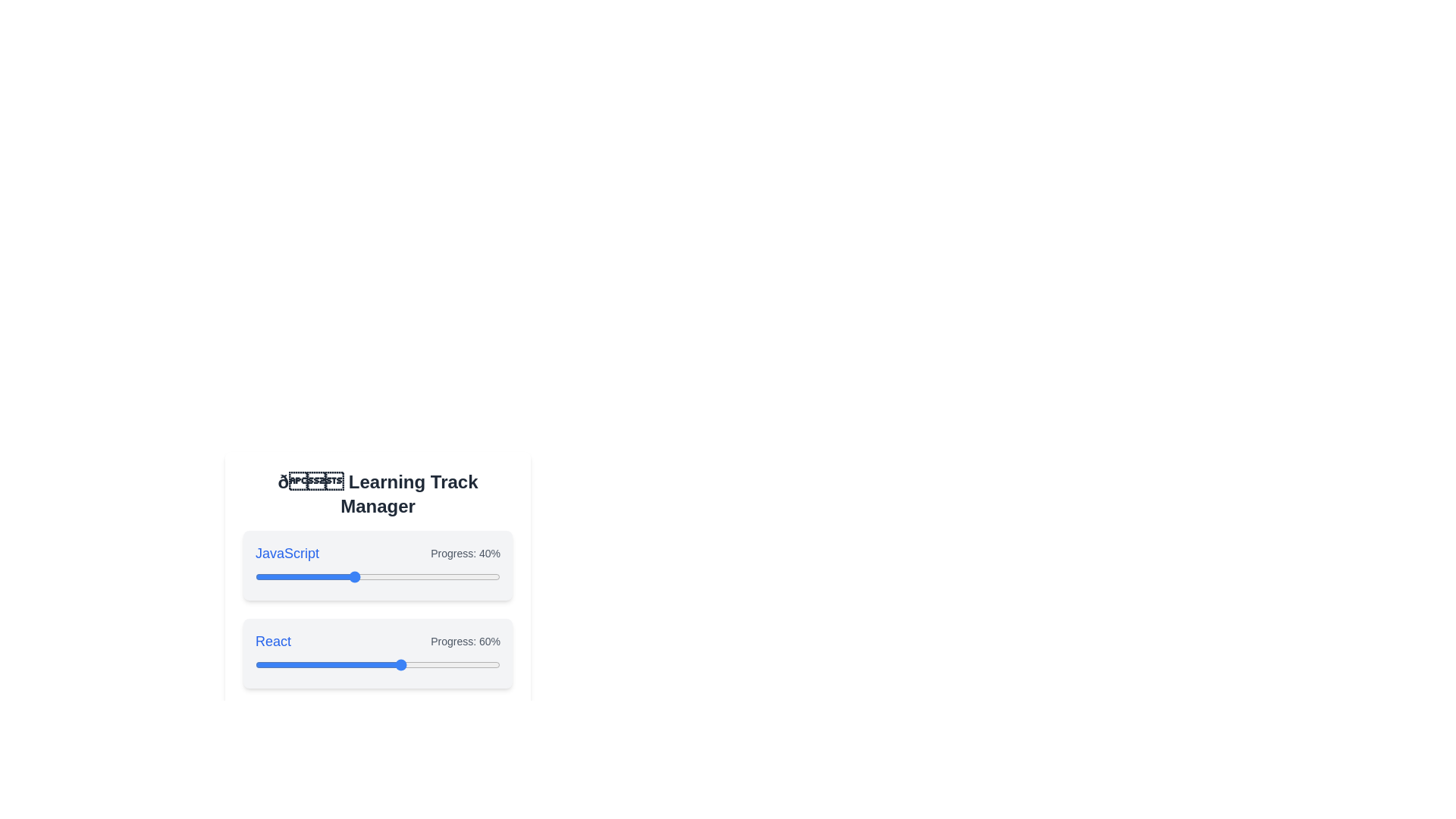  What do you see at coordinates (311, 576) in the screenshot?
I see `the progress for 'JavaScript' track` at bounding box center [311, 576].